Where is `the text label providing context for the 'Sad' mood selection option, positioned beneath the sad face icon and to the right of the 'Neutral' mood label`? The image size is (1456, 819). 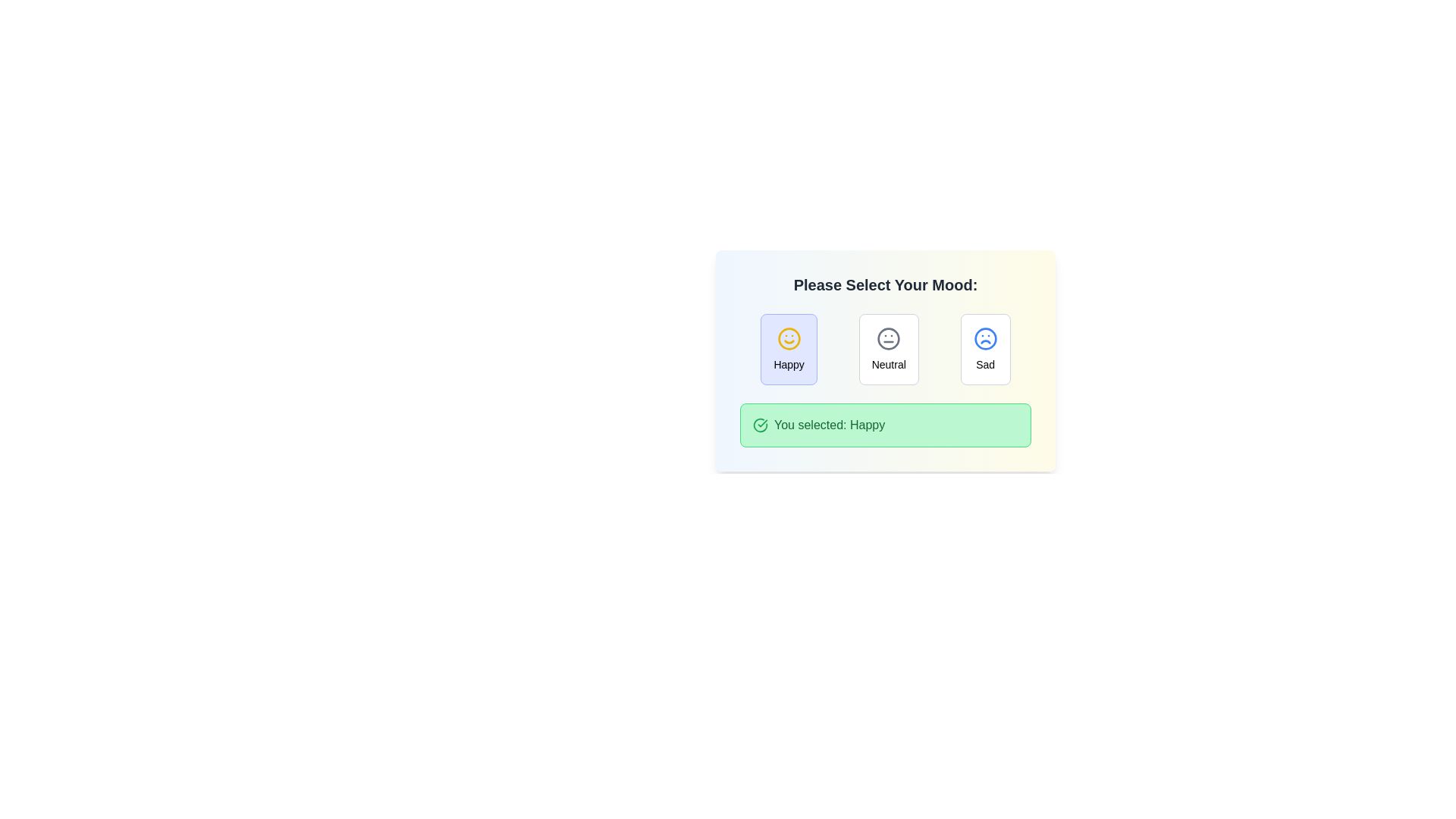
the text label providing context for the 'Sad' mood selection option, positioned beneath the sad face icon and to the right of the 'Neutral' mood label is located at coordinates (985, 365).